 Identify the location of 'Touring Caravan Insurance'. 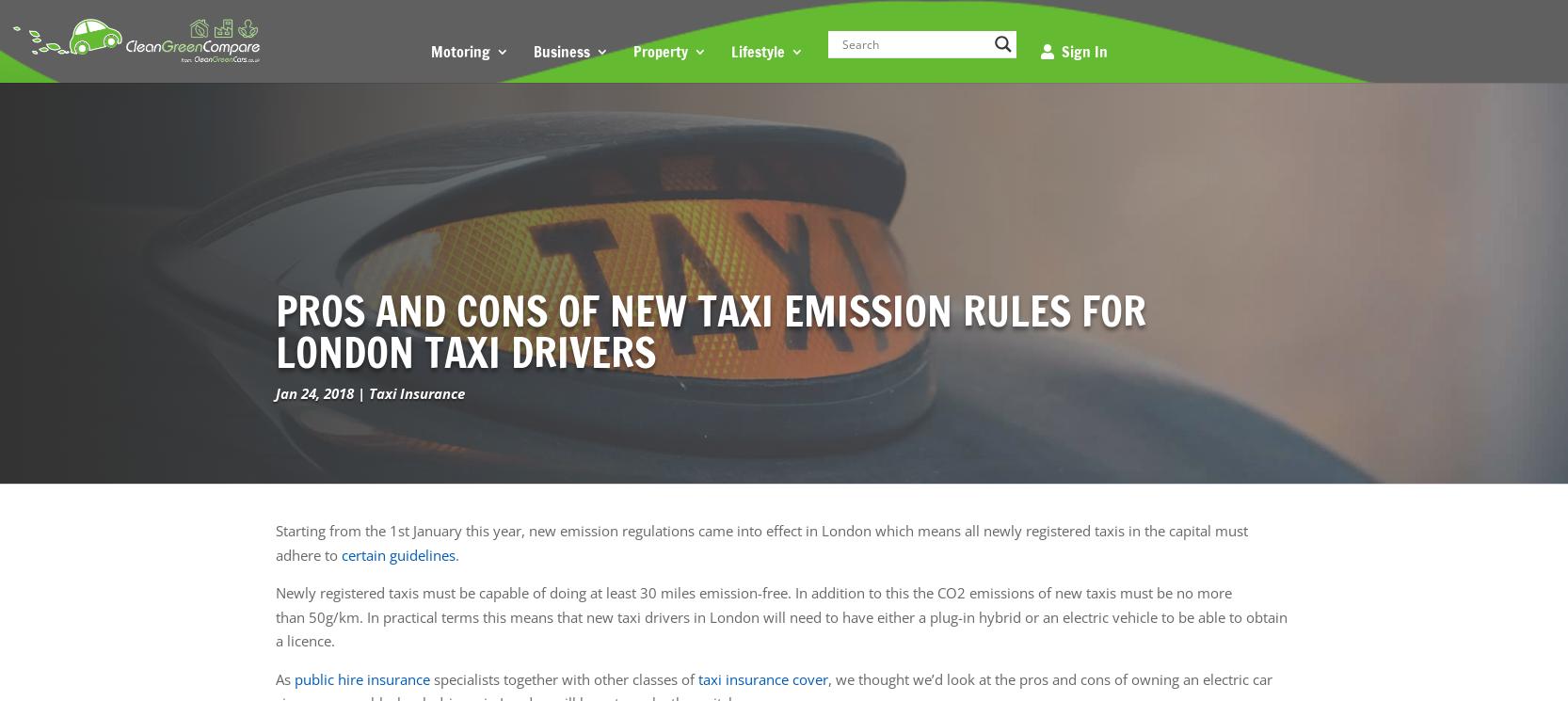
(835, 280).